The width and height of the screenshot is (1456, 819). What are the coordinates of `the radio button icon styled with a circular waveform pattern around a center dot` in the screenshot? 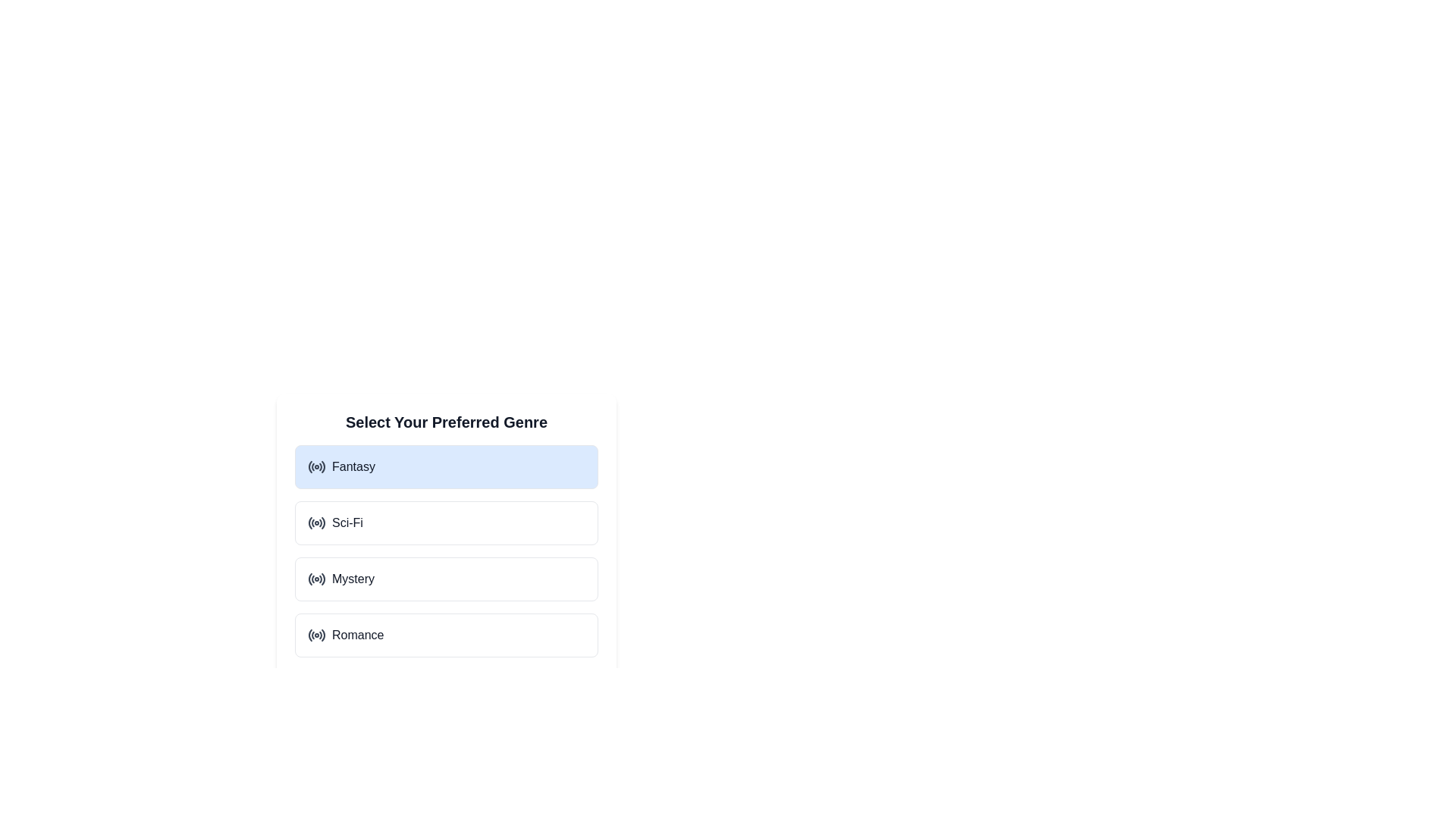 It's located at (315, 579).